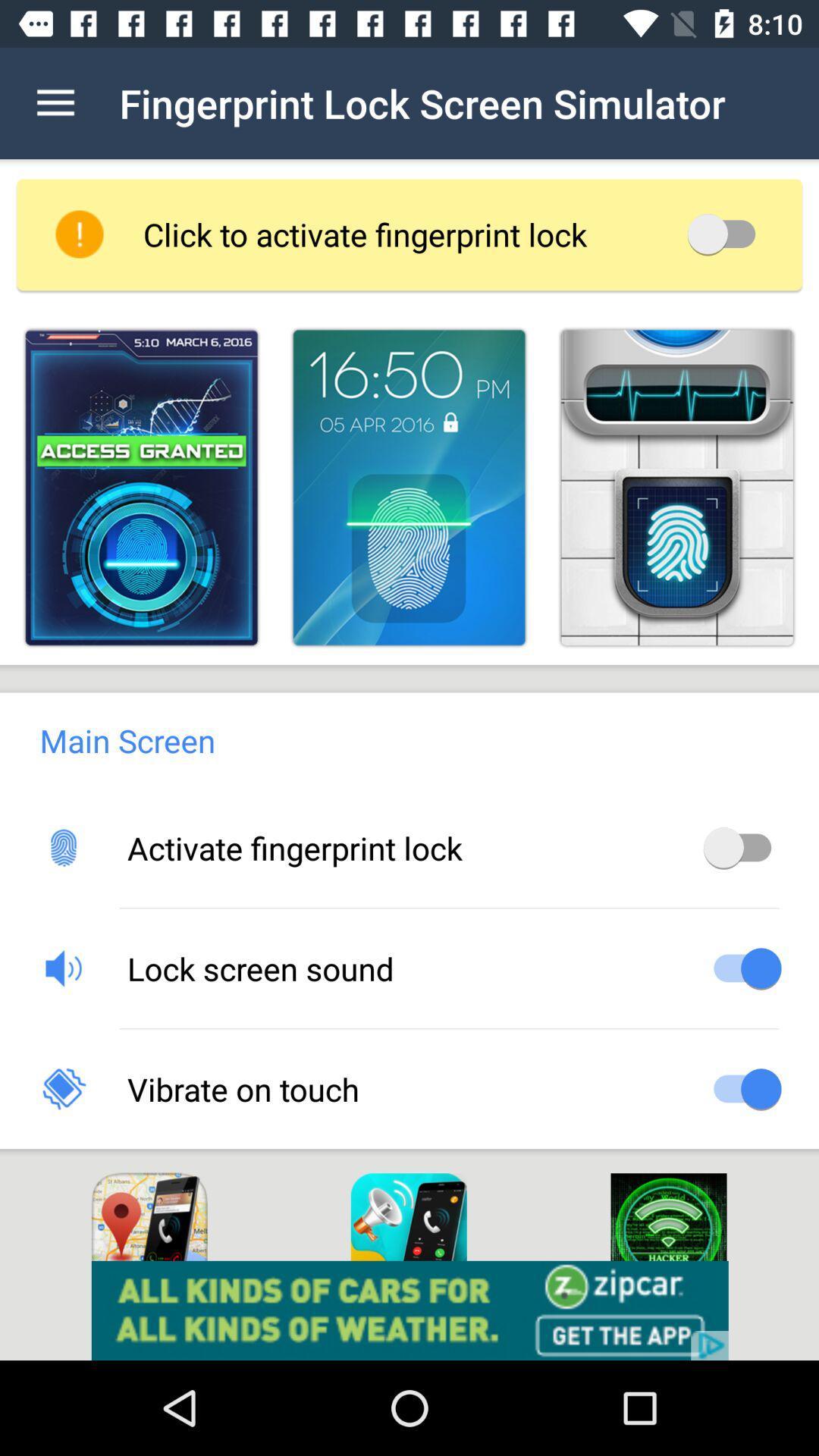 Image resolution: width=819 pixels, height=1456 pixels. I want to click on pop up advertisement, so click(409, 1310).